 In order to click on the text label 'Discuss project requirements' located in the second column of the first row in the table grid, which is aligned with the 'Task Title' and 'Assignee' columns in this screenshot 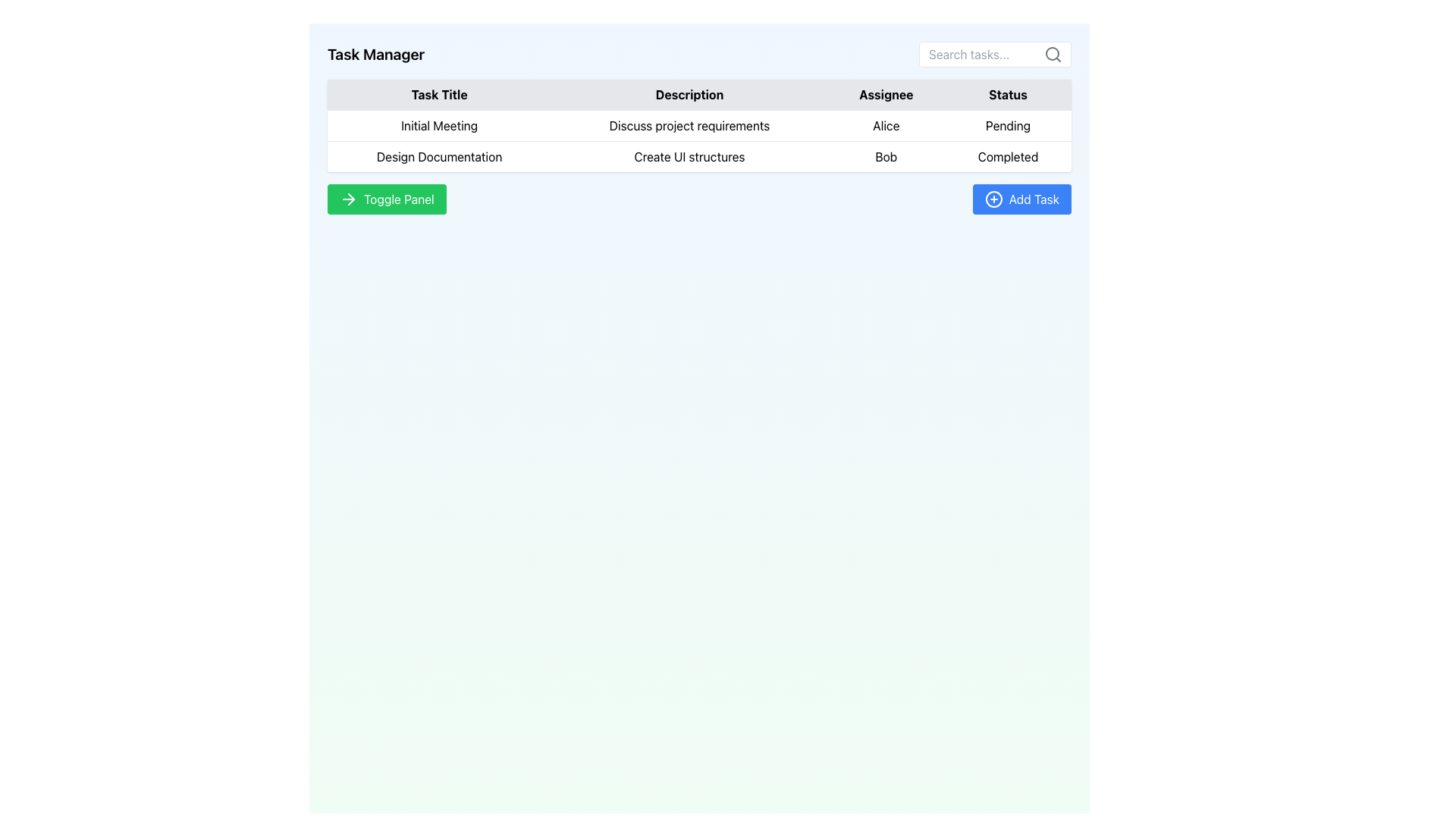, I will do `click(689, 124)`.